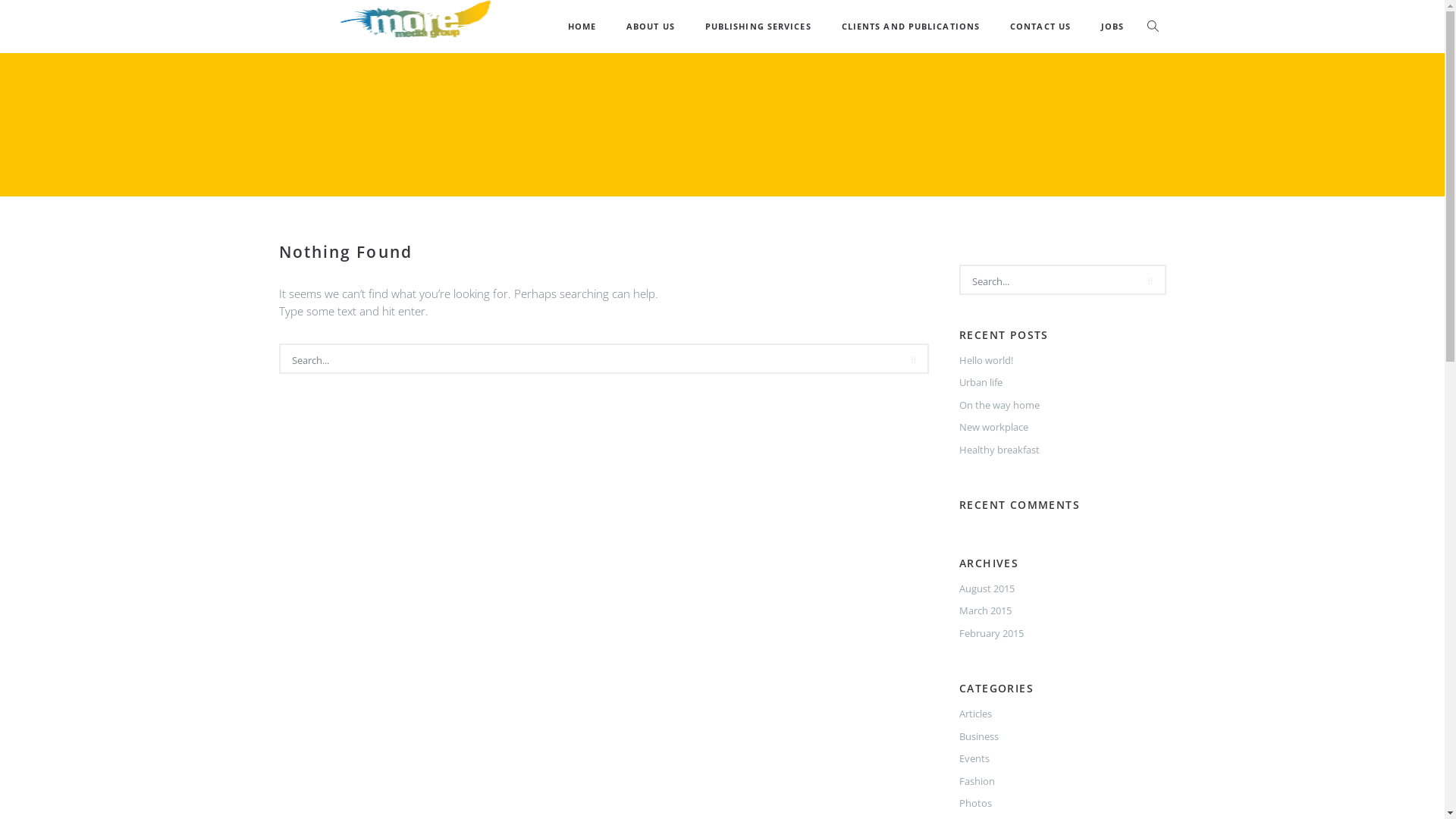 The height and width of the screenshot is (819, 1456). What do you see at coordinates (985, 610) in the screenshot?
I see `'March 2015'` at bounding box center [985, 610].